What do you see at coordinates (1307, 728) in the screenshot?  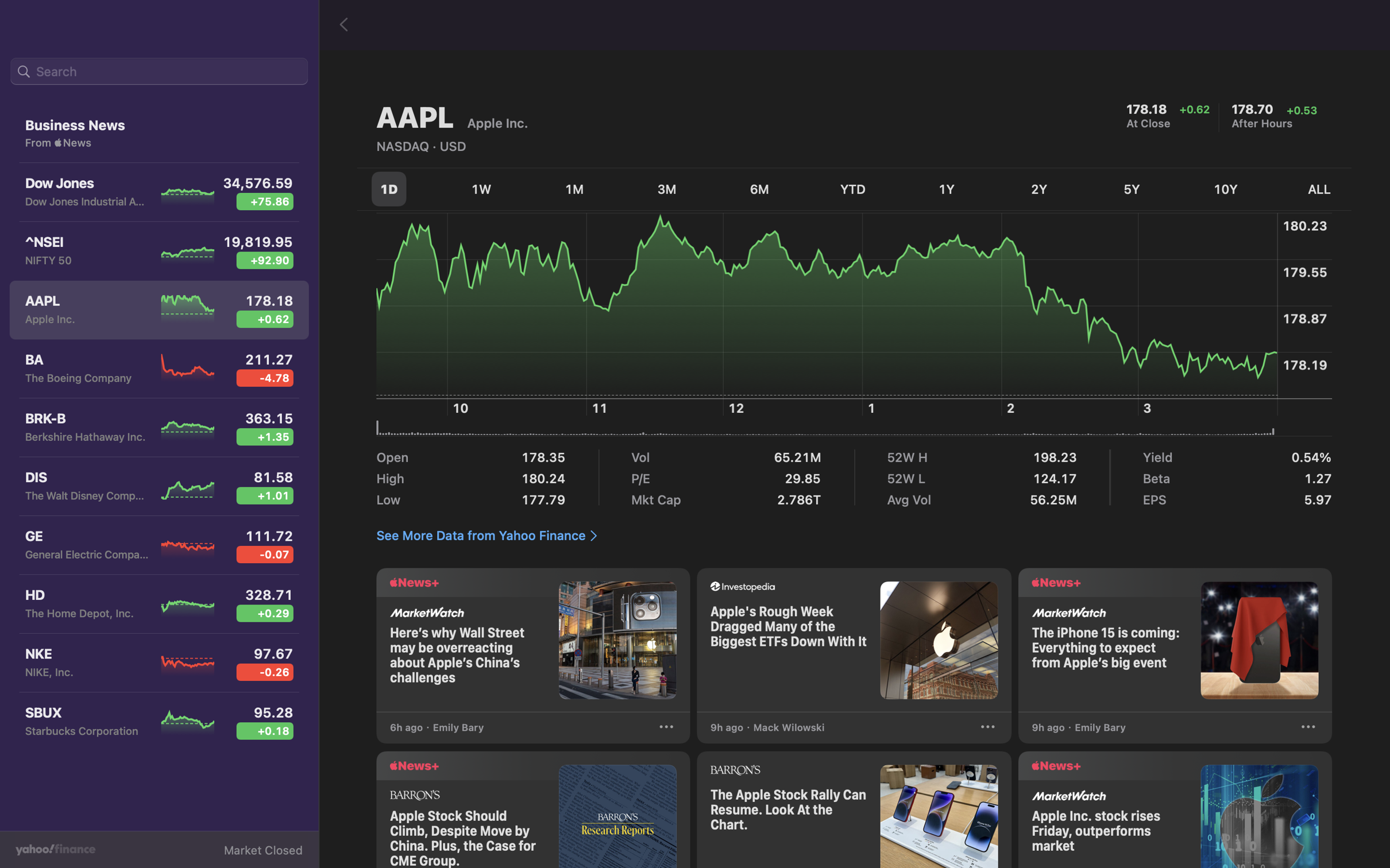 I see `the "3 dots" for more actions` at bounding box center [1307, 728].